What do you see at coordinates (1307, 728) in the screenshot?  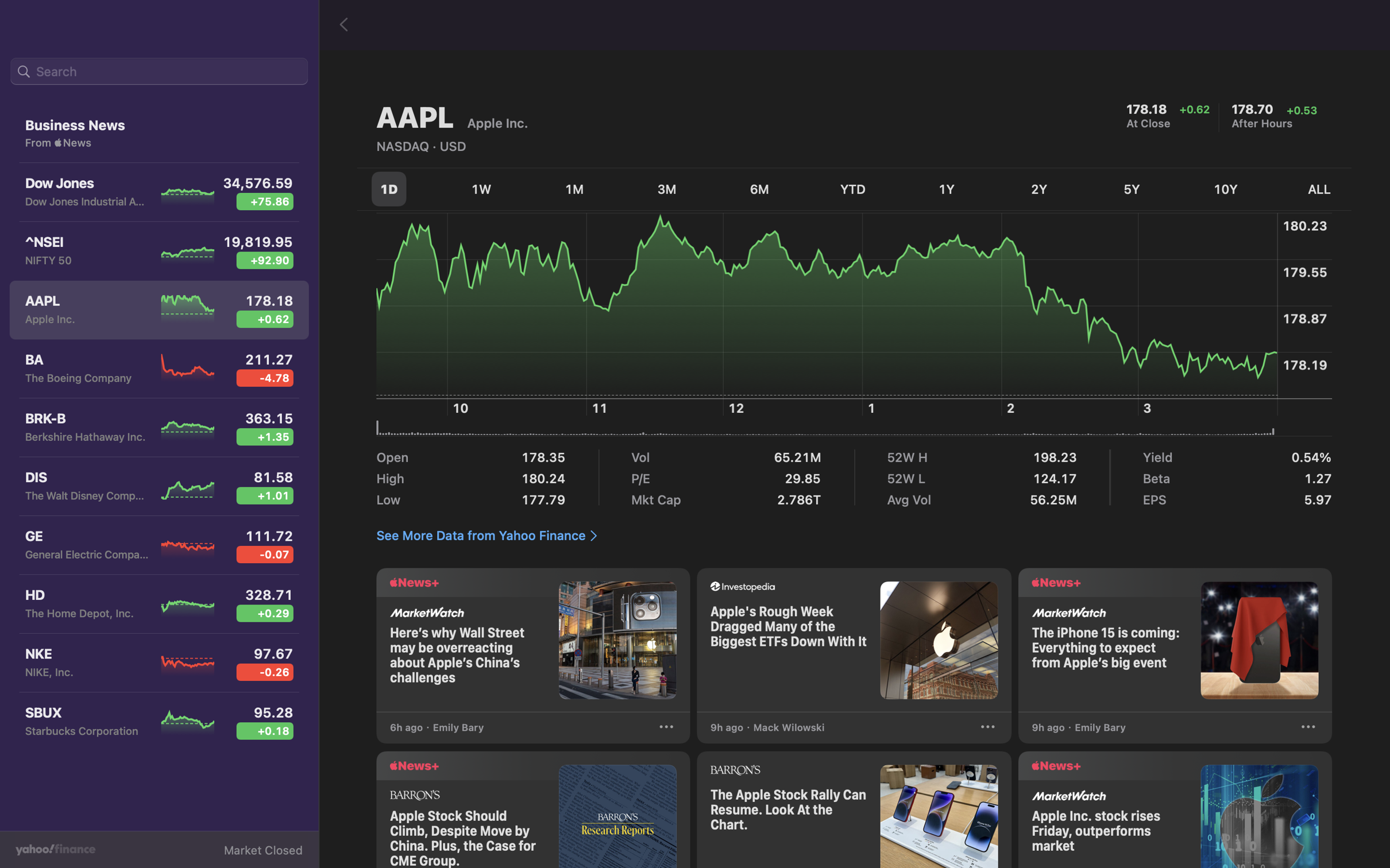 I see `the "3 dots" for more actions` at bounding box center [1307, 728].